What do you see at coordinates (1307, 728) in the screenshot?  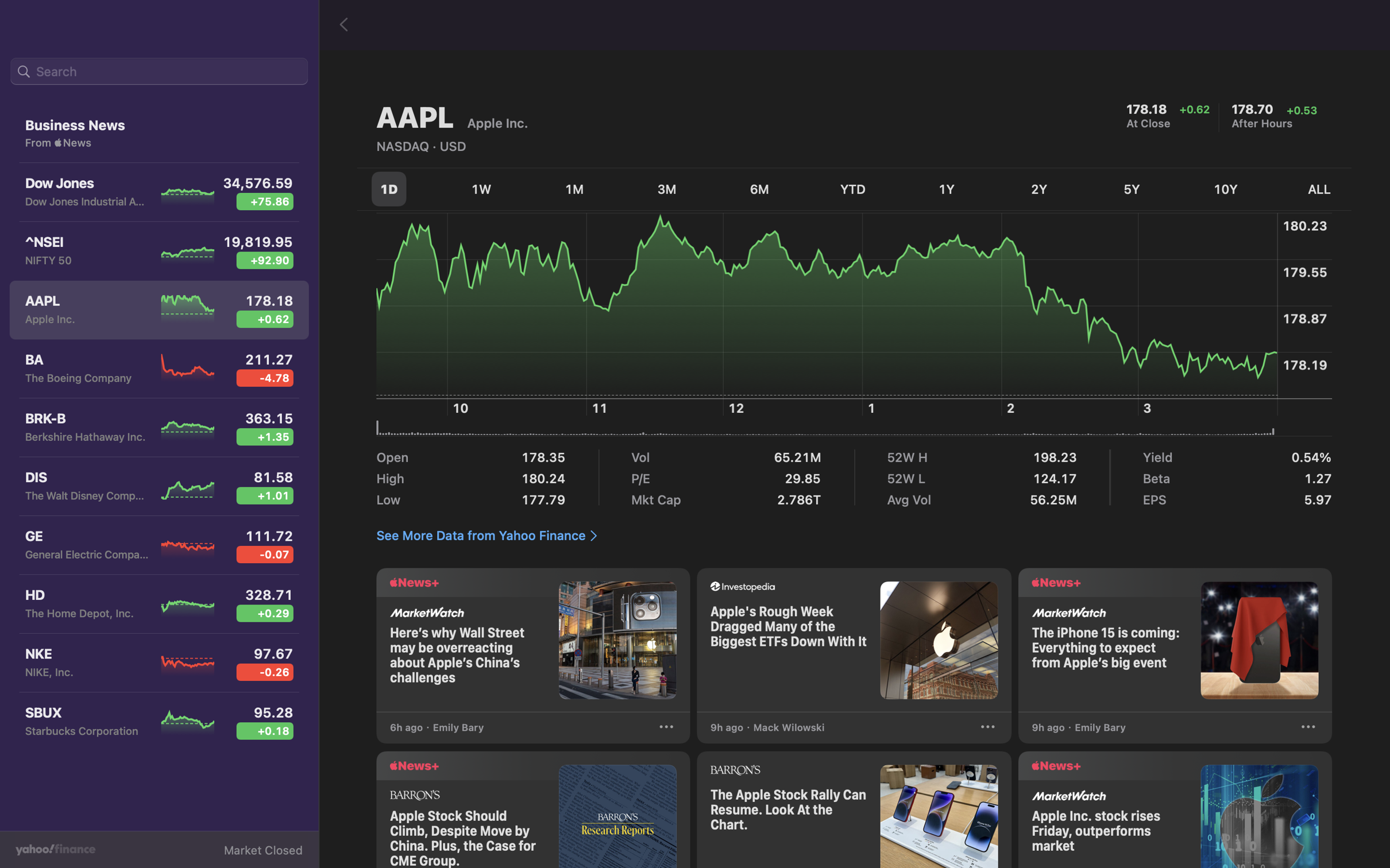 I see `the "3 dots" for more actions` at bounding box center [1307, 728].